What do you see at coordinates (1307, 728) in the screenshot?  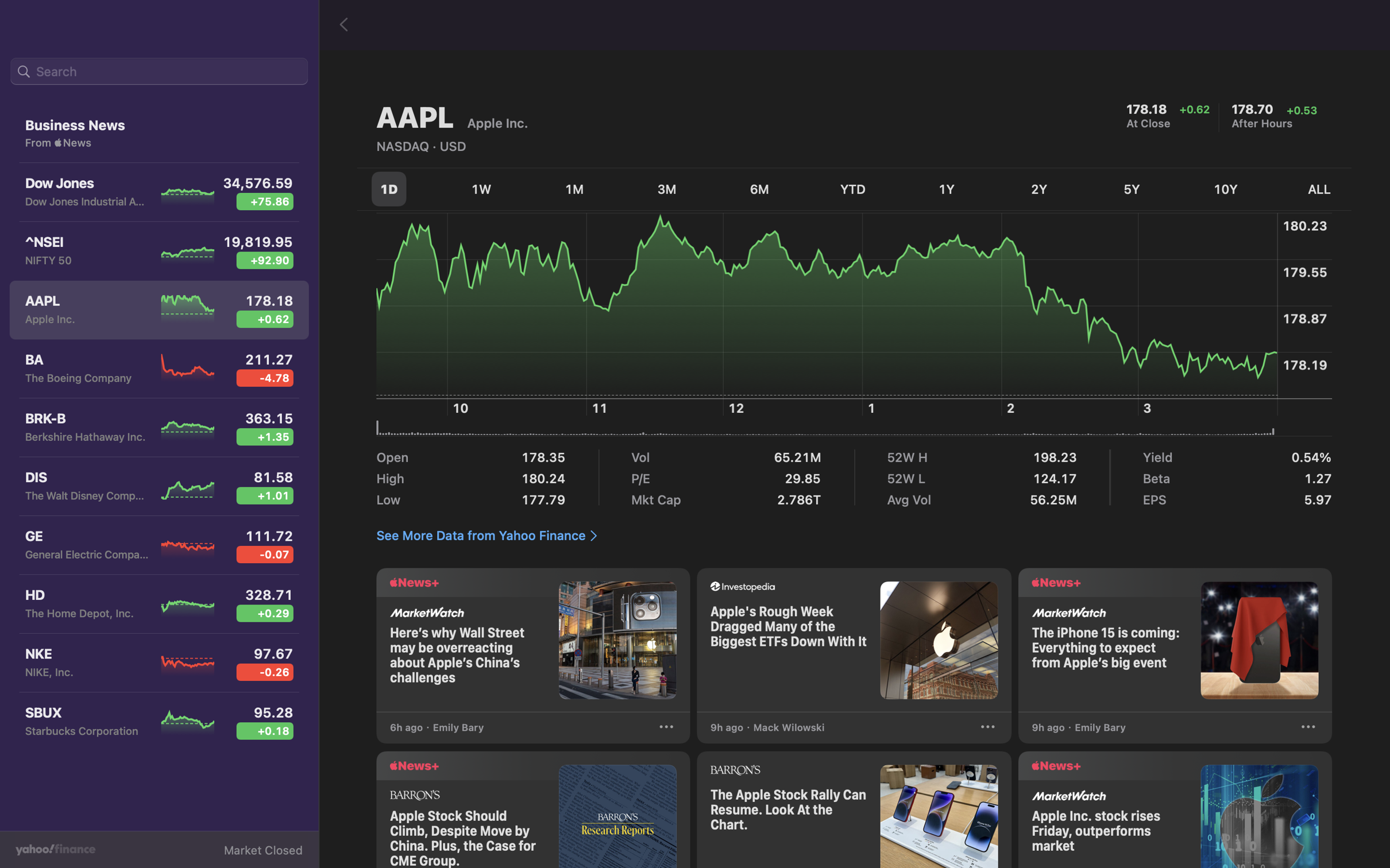 I see `the "3 dots" for more actions` at bounding box center [1307, 728].